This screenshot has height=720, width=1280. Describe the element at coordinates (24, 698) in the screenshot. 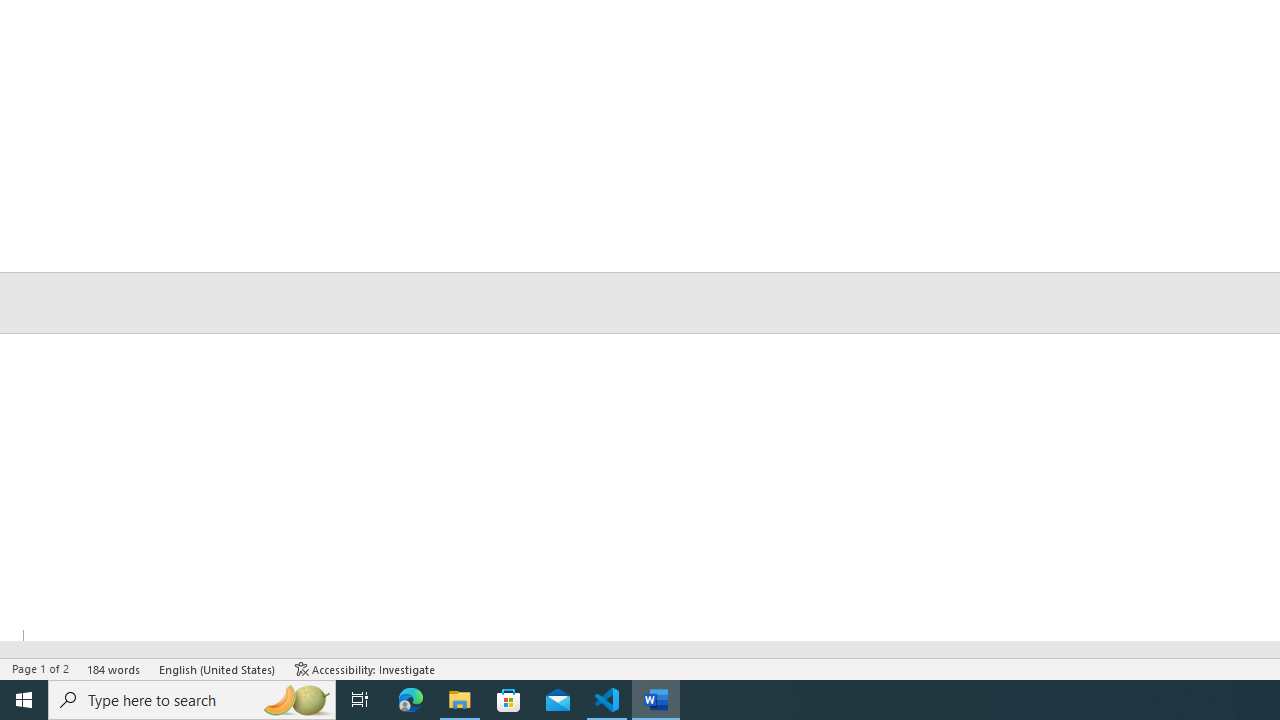

I see `'Start'` at that location.